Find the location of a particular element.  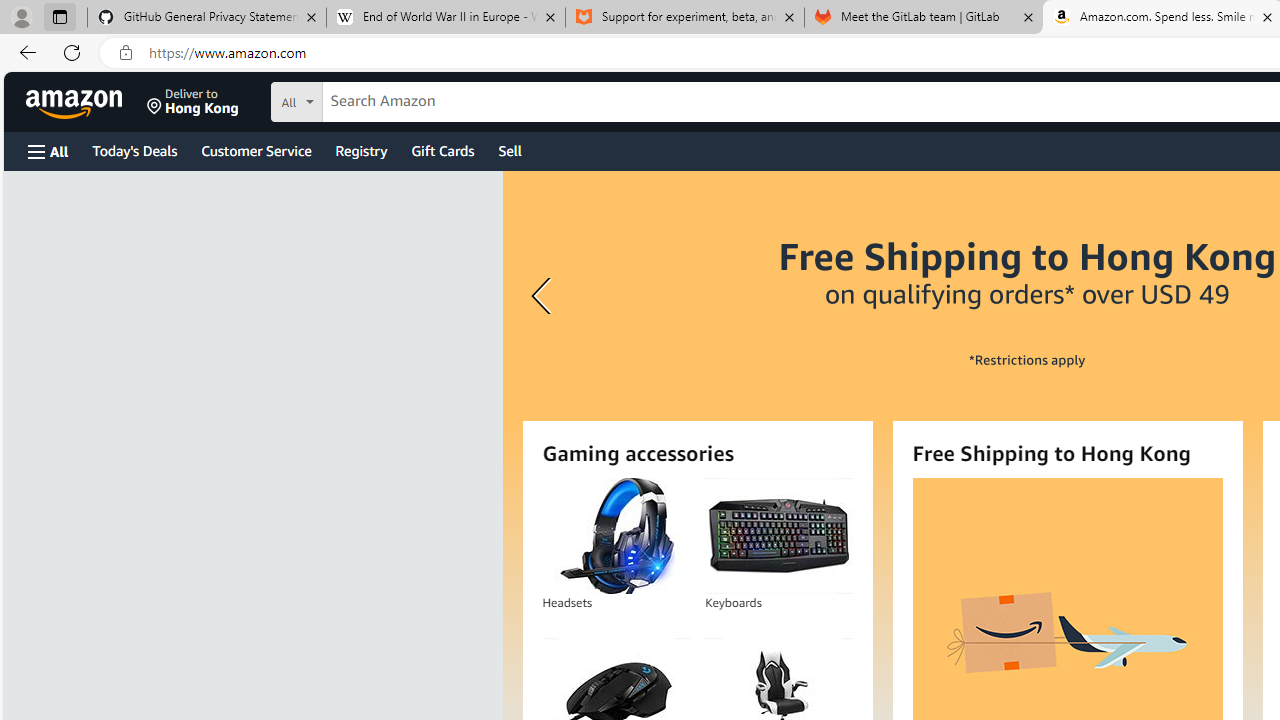

'Amazon' is located at coordinates (76, 101).